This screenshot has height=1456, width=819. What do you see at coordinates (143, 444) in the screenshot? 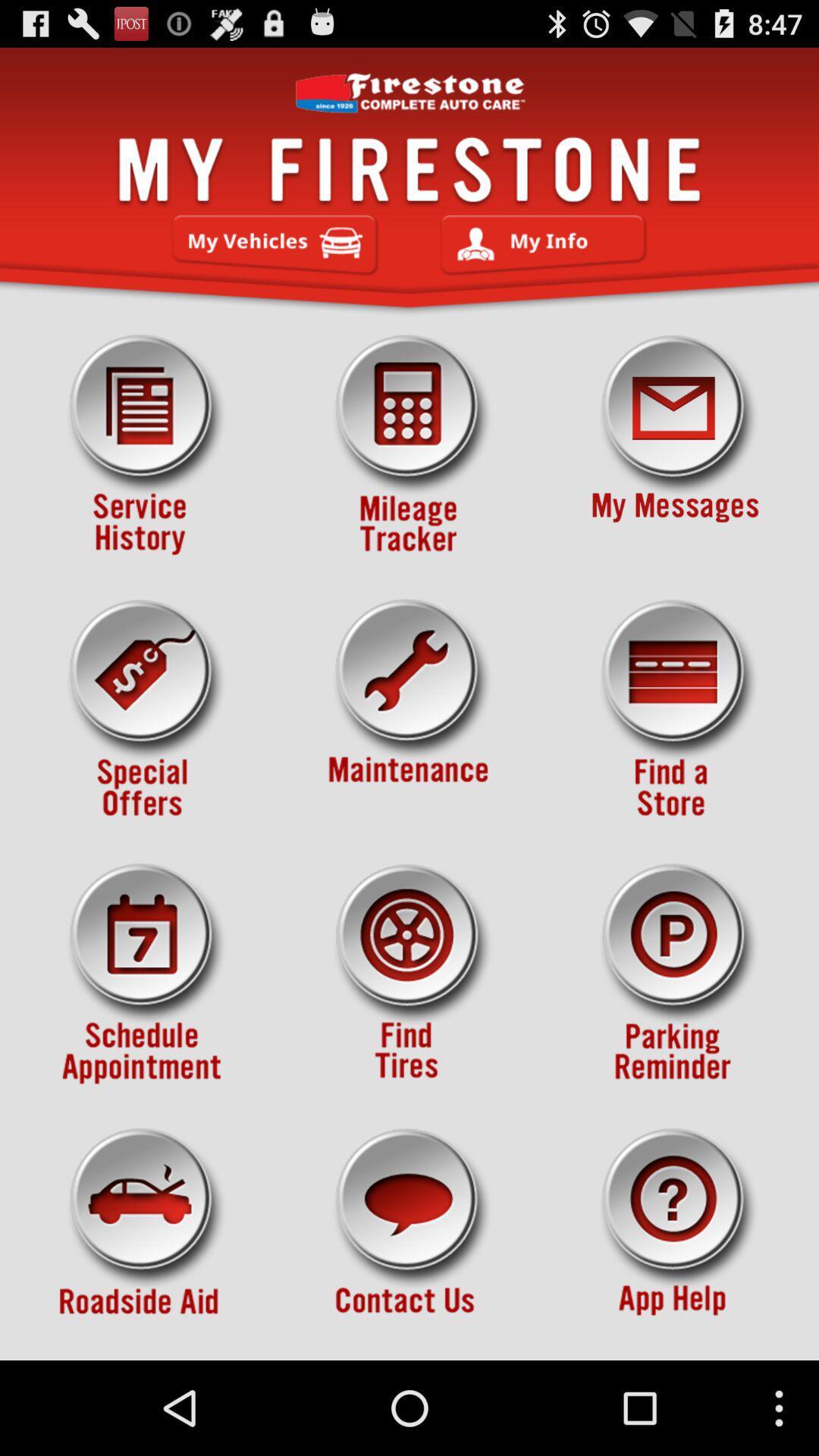
I see `service history` at bounding box center [143, 444].